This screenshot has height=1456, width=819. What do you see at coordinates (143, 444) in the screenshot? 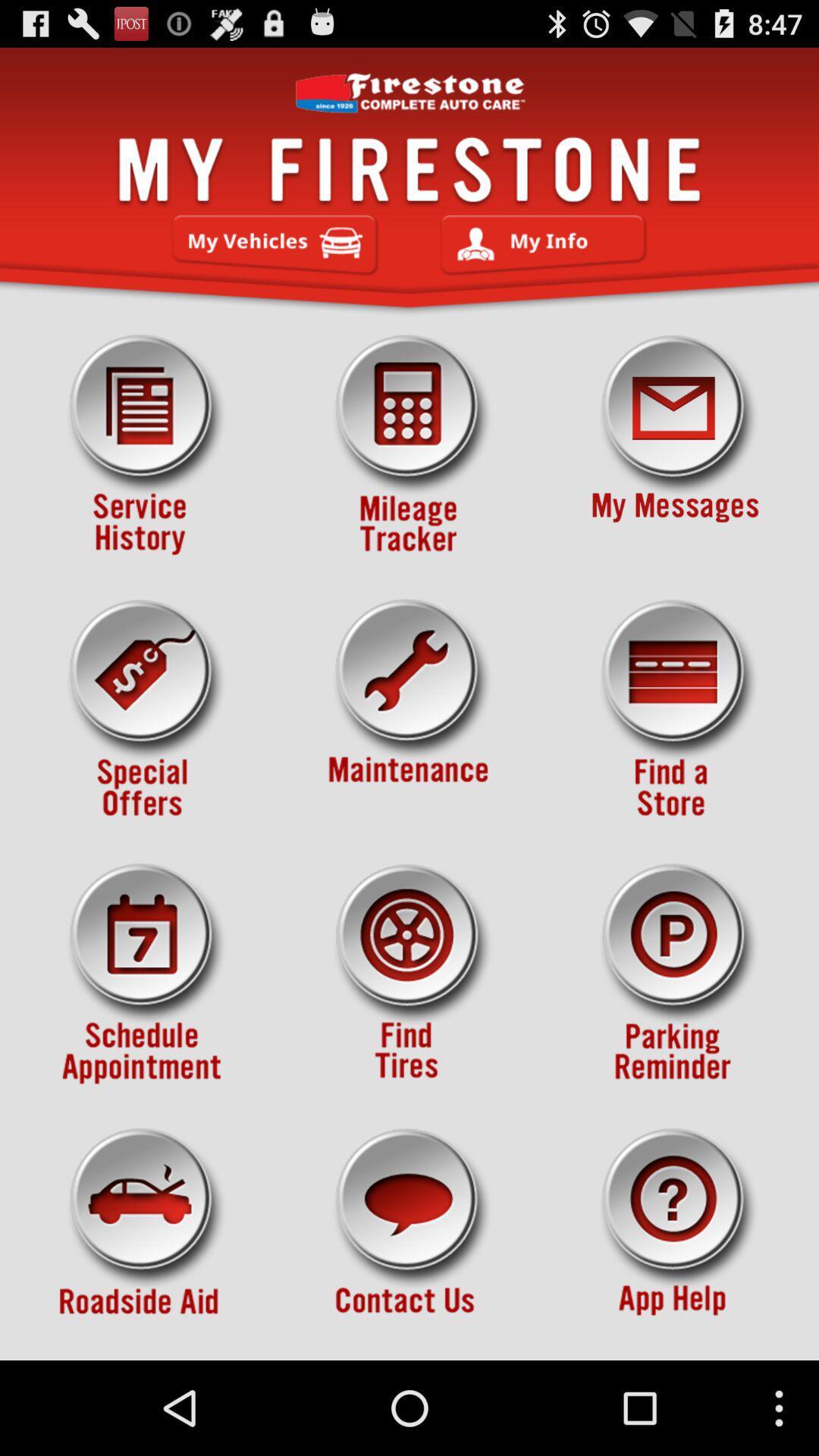
I see `service history` at bounding box center [143, 444].